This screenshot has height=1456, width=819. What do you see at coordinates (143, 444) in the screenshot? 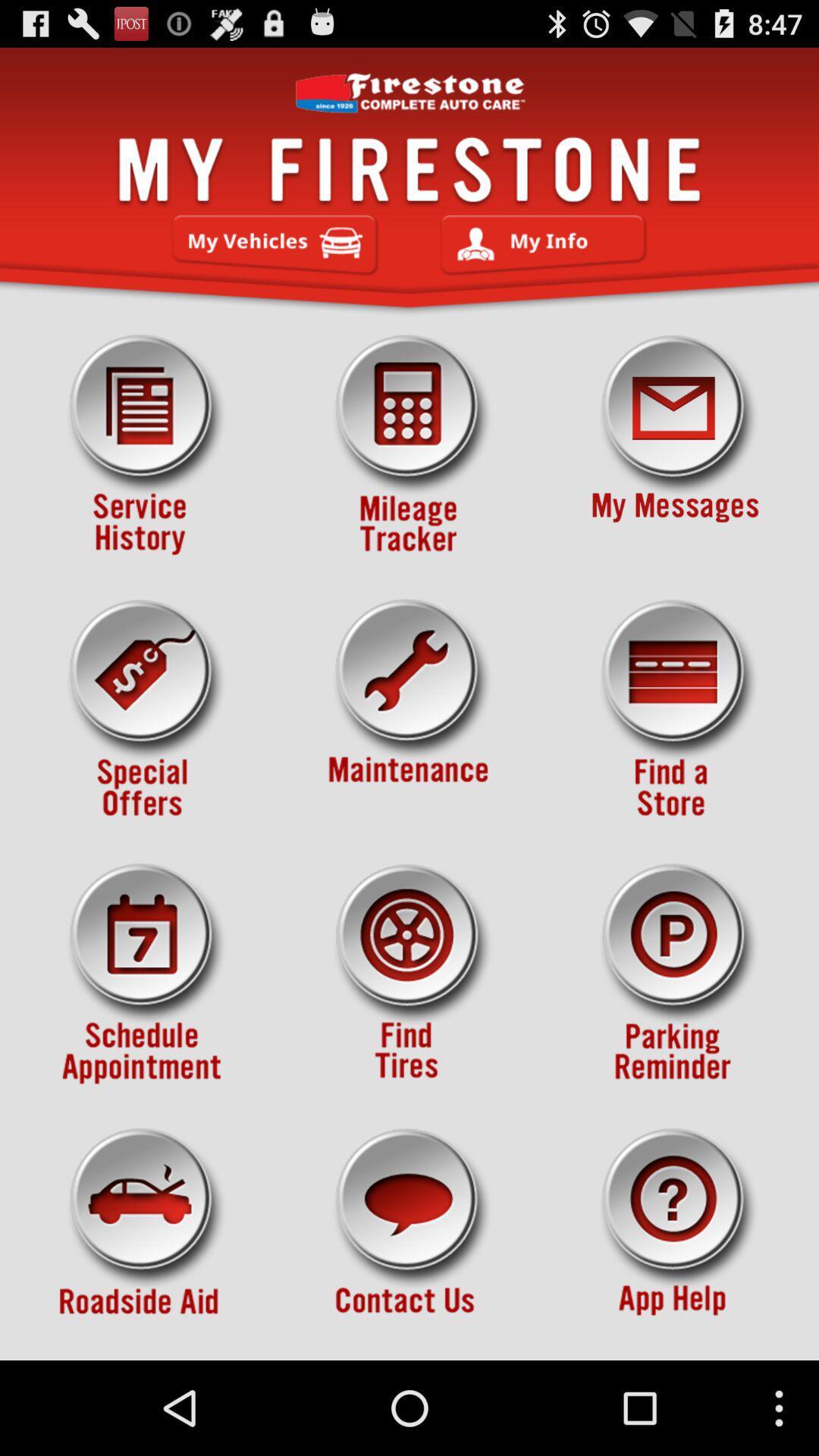
I see `service history` at bounding box center [143, 444].